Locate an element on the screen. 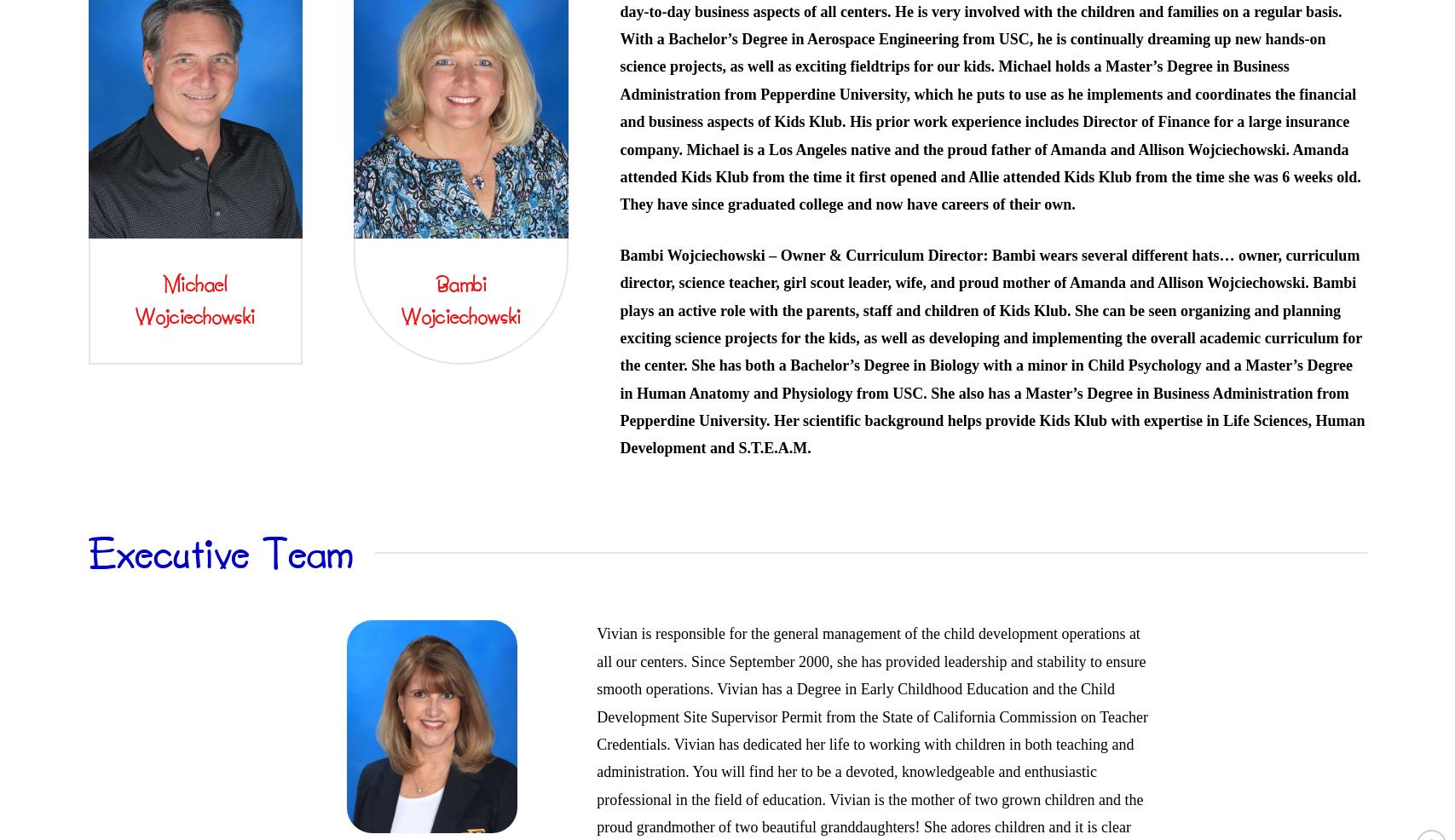 This screenshot has width=1455, height=840. 'Gross Motor Skills' is located at coordinates (921, 197).